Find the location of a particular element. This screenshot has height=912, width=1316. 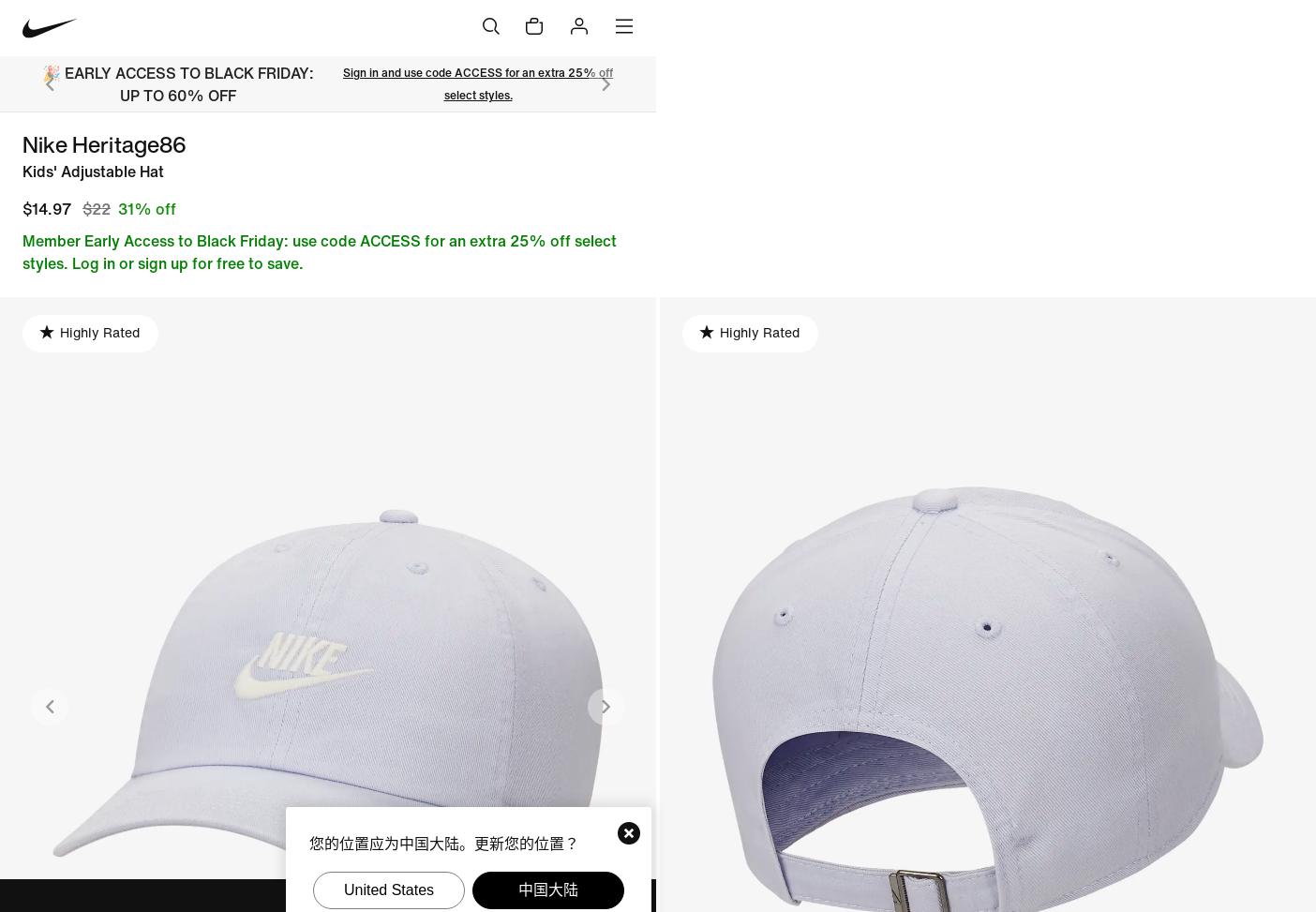

'Air Force 1' is located at coordinates (545, 142).